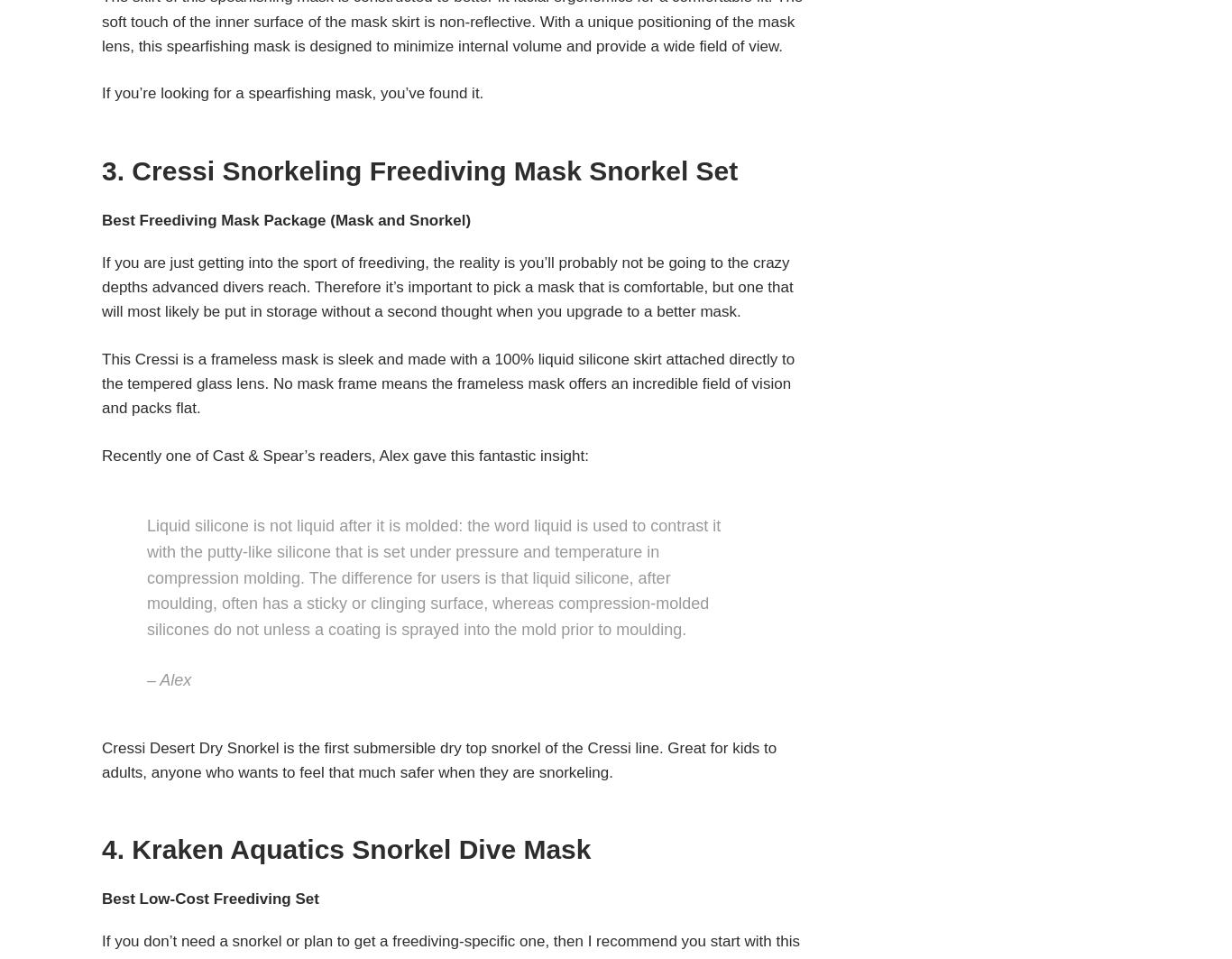 This screenshot has height=959, width=1232. Describe the element at coordinates (168, 678) in the screenshot. I see `'– Alex'` at that location.